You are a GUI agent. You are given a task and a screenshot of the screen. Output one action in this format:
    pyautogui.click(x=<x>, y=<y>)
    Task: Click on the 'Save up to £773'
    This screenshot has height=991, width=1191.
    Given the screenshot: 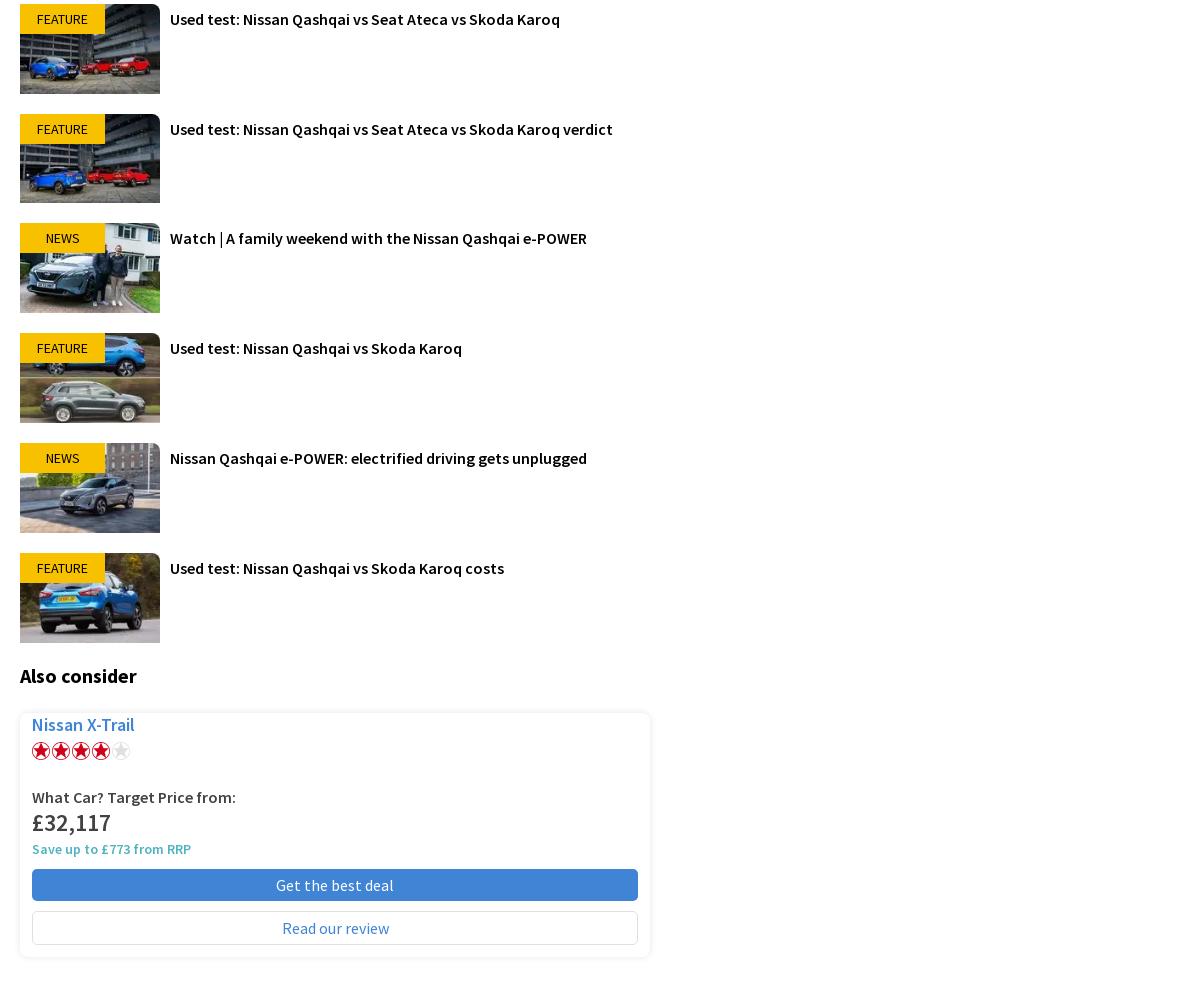 What is the action you would take?
    pyautogui.click(x=79, y=847)
    